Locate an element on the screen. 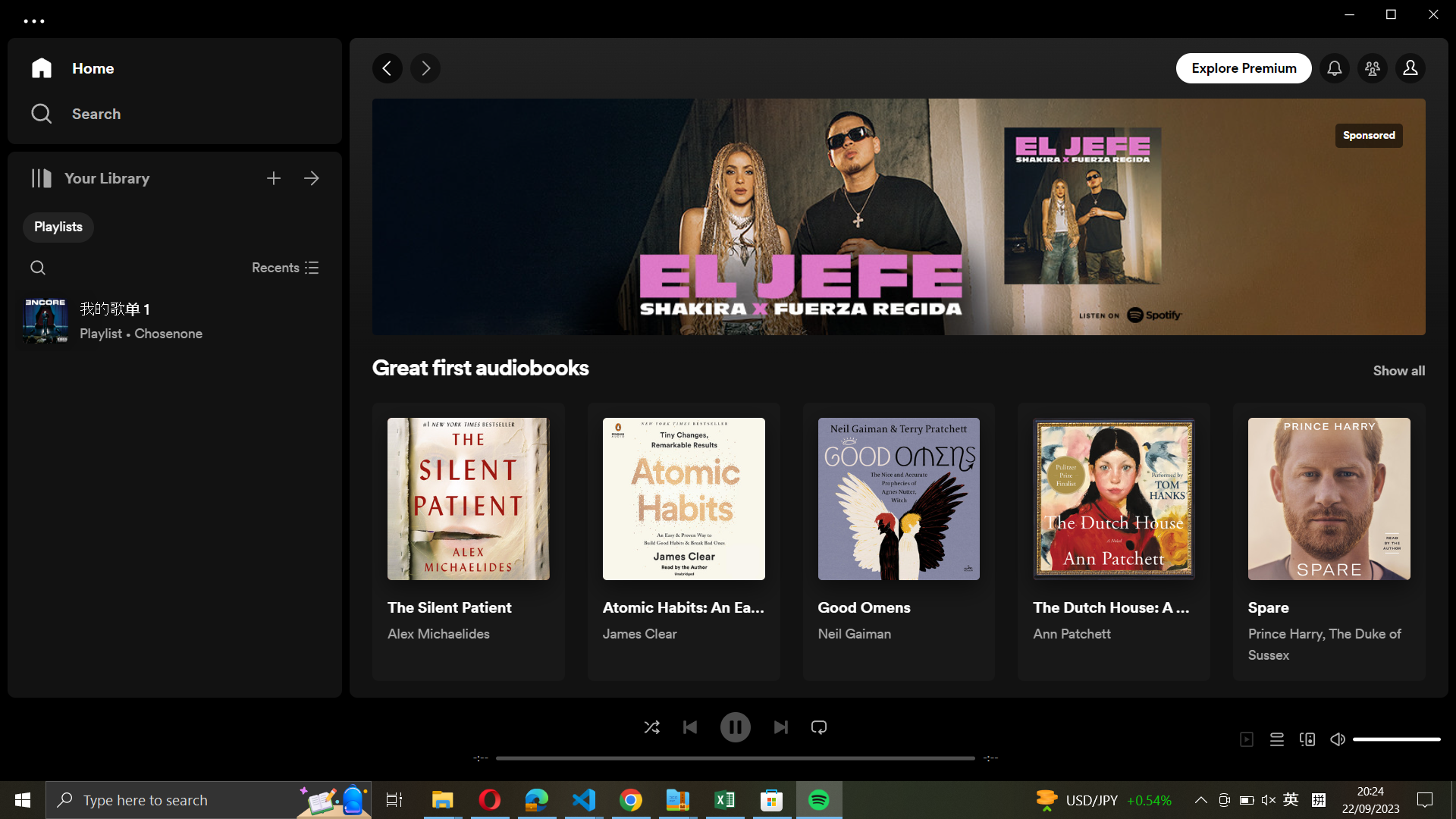 The image size is (1456, 819). my profile section is located at coordinates (1411, 69).